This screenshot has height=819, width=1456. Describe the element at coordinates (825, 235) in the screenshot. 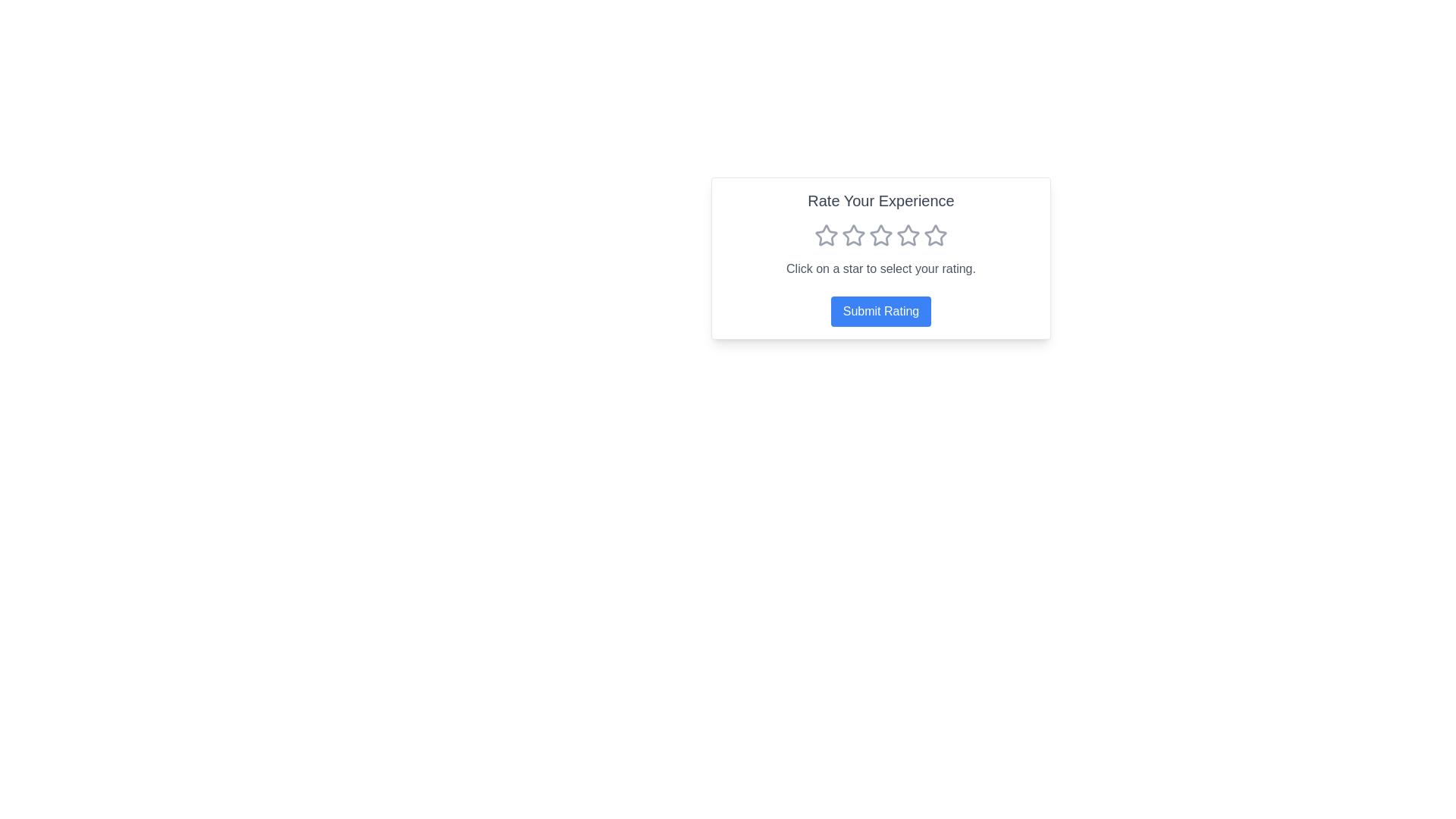

I see `the first rating star in the sequence, which is displayed below the 'Rate Your Experience' prompt` at that location.